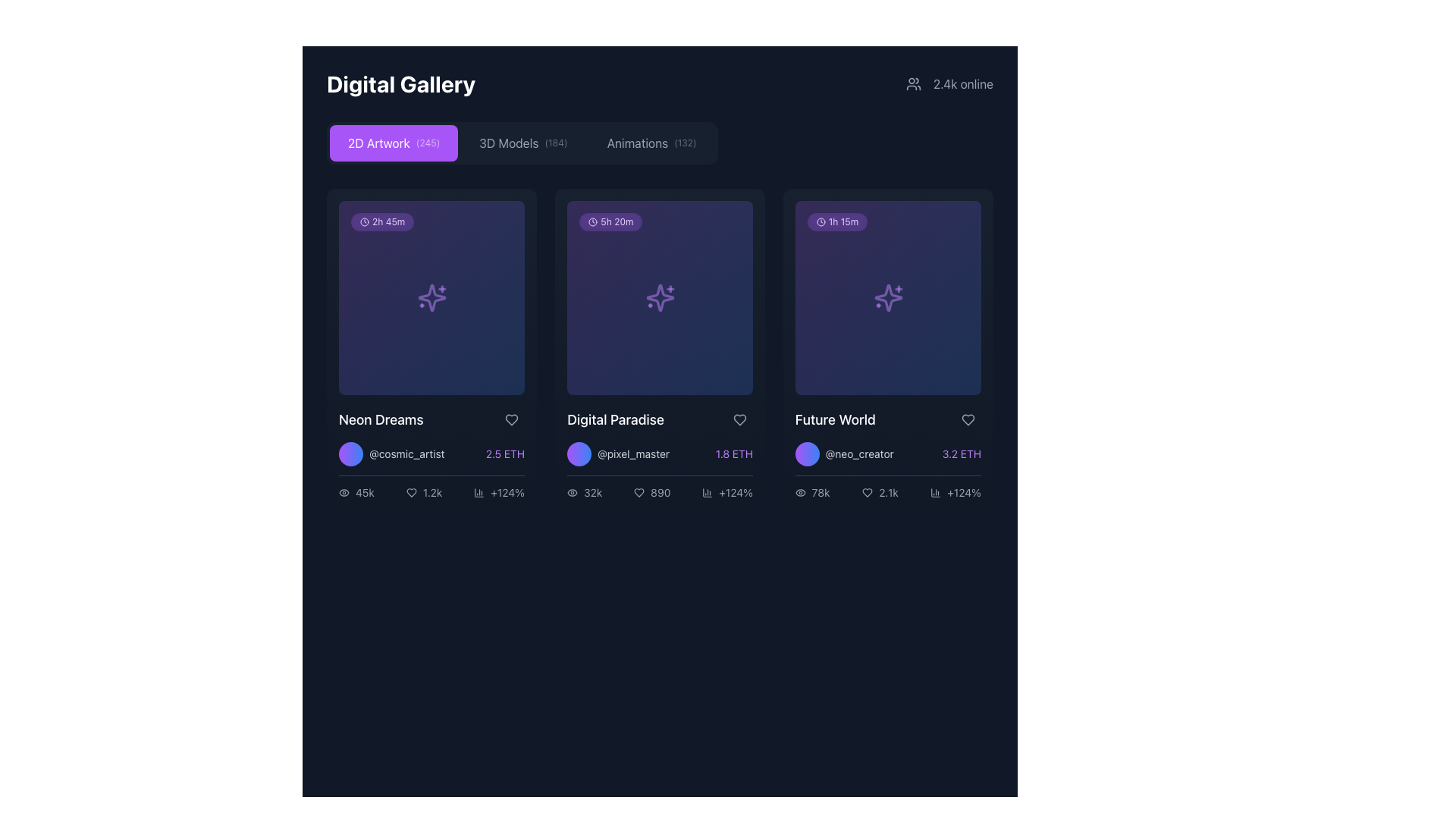 This screenshot has height=819, width=1456. What do you see at coordinates (592, 493) in the screenshot?
I see `the Static Text Display element showing '32k'` at bounding box center [592, 493].